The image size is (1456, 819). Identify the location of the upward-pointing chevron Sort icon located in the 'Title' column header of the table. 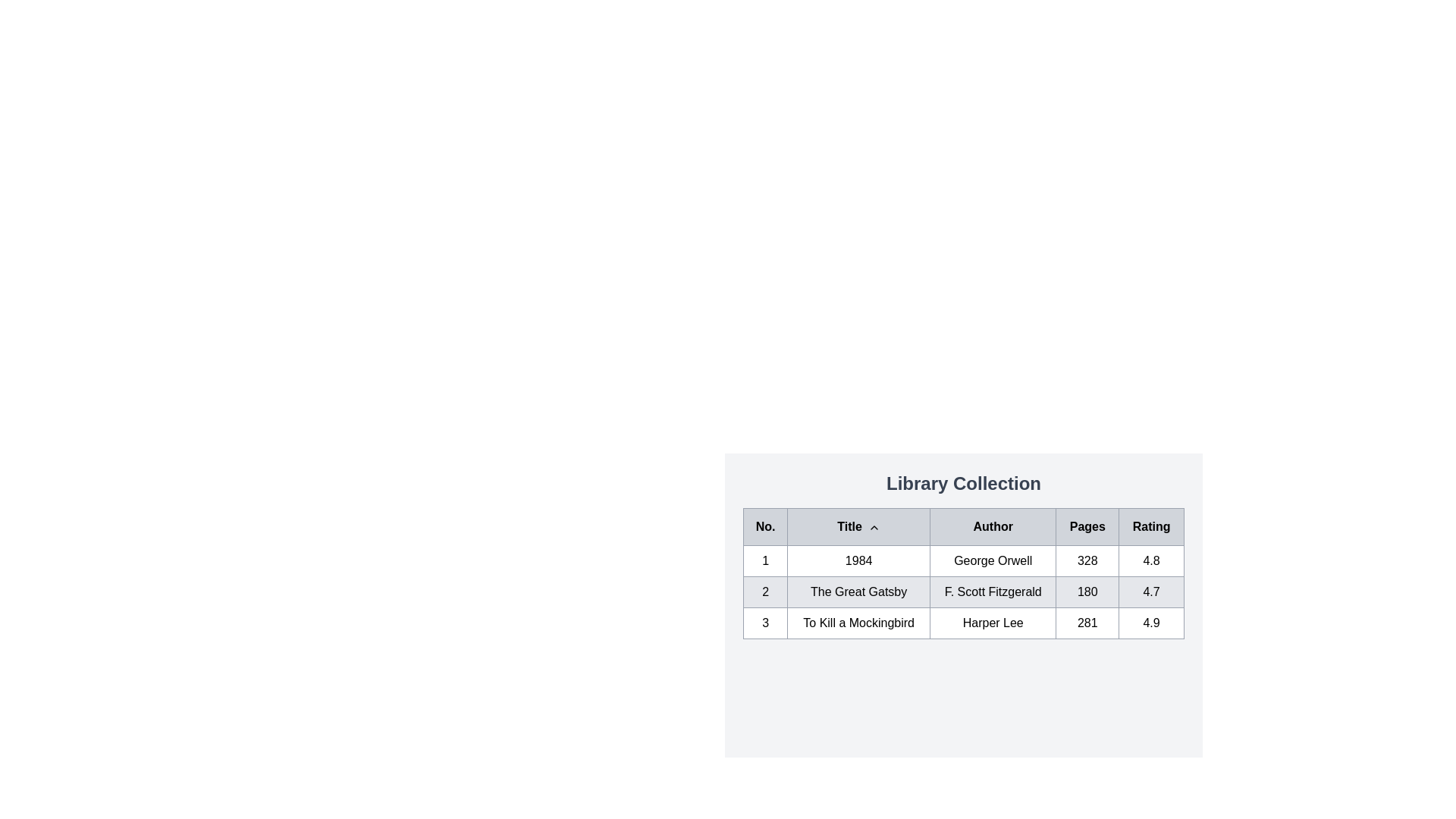
(874, 526).